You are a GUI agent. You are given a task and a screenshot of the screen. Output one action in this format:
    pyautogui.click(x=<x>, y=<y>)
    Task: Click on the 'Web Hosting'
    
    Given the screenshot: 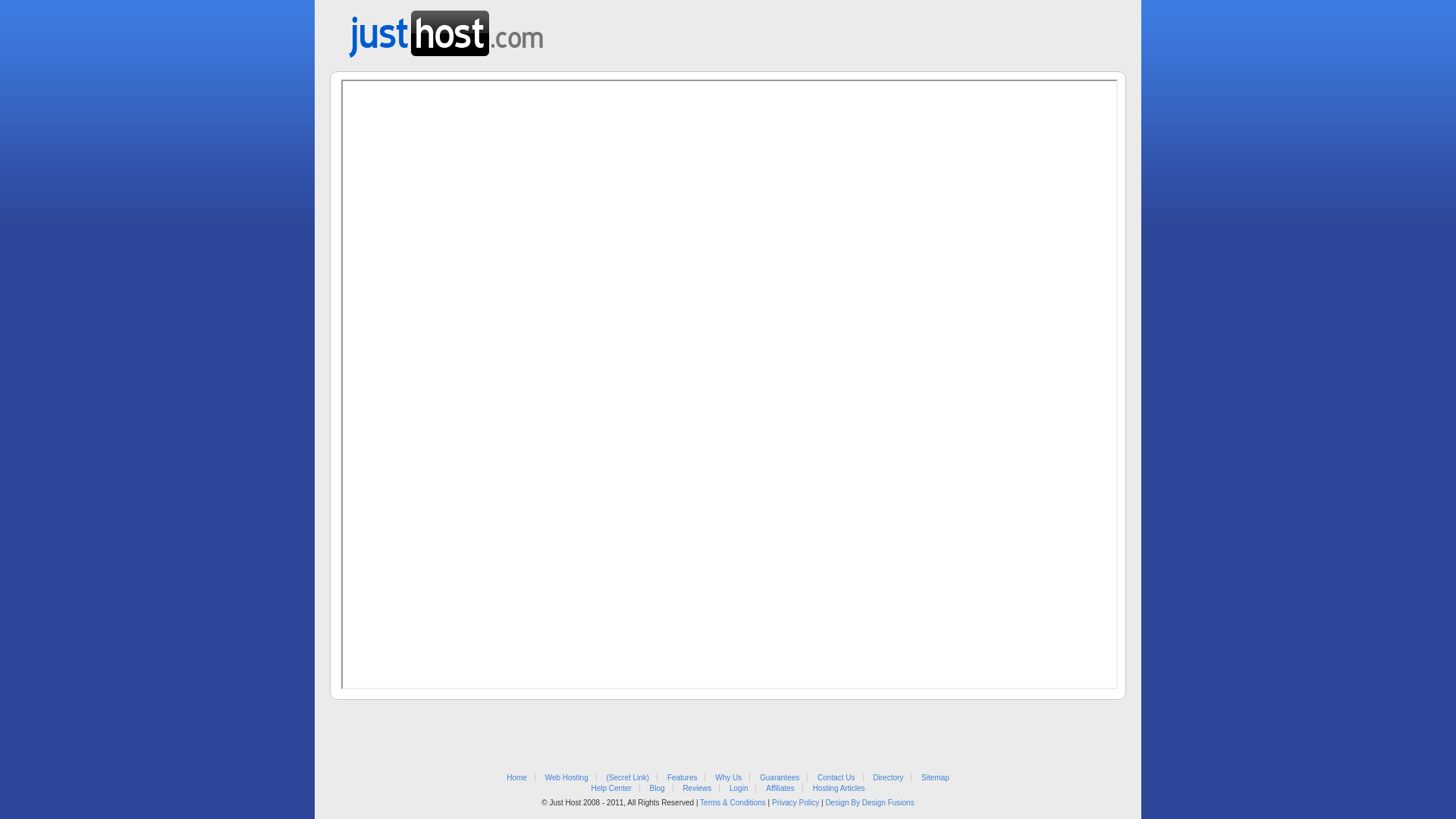 What is the action you would take?
    pyautogui.click(x=566, y=777)
    